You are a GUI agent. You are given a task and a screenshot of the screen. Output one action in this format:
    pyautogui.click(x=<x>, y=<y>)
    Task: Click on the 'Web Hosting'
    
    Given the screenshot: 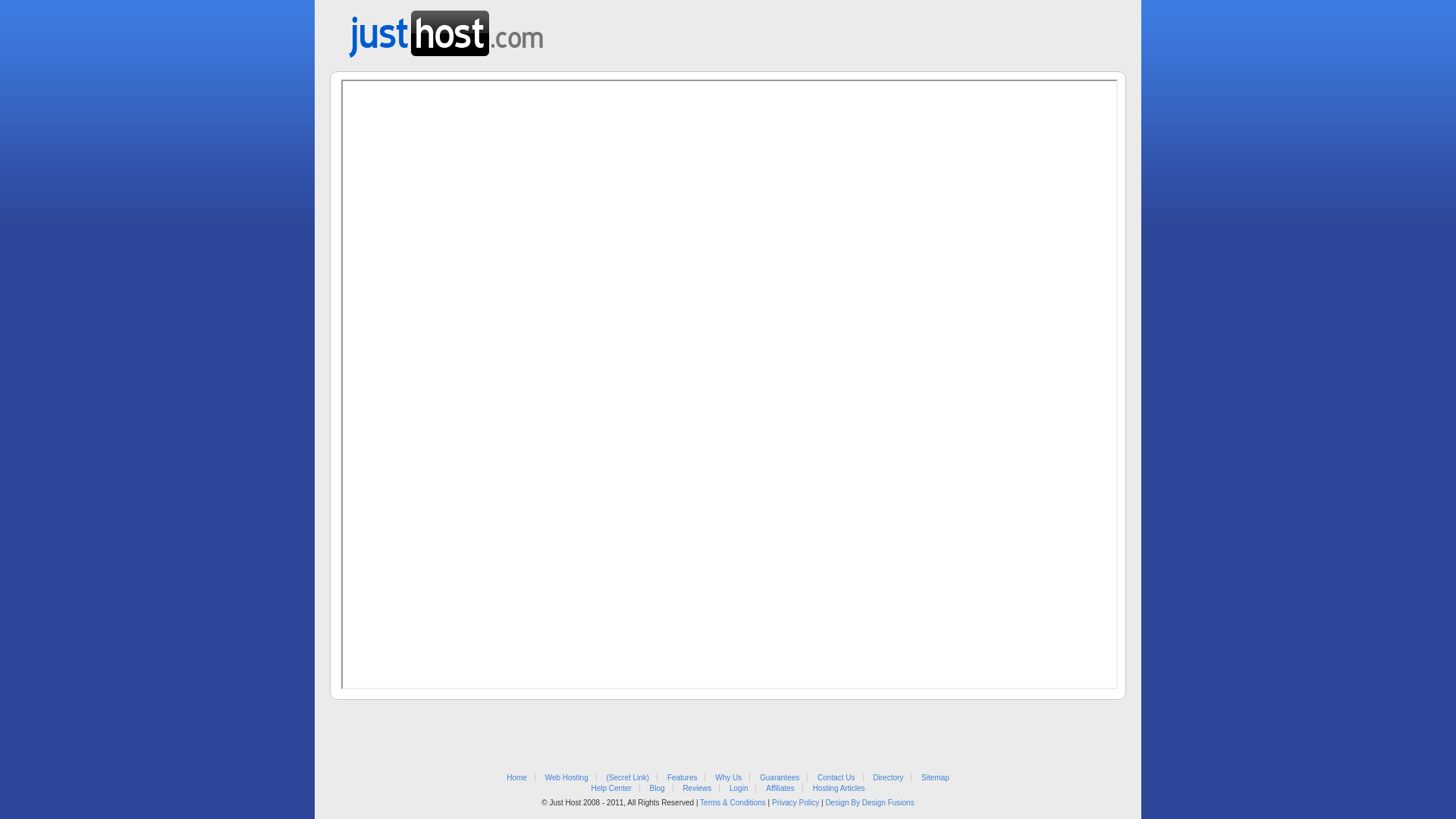 What is the action you would take?
    pyautogui.click(x=566, y=777)
    